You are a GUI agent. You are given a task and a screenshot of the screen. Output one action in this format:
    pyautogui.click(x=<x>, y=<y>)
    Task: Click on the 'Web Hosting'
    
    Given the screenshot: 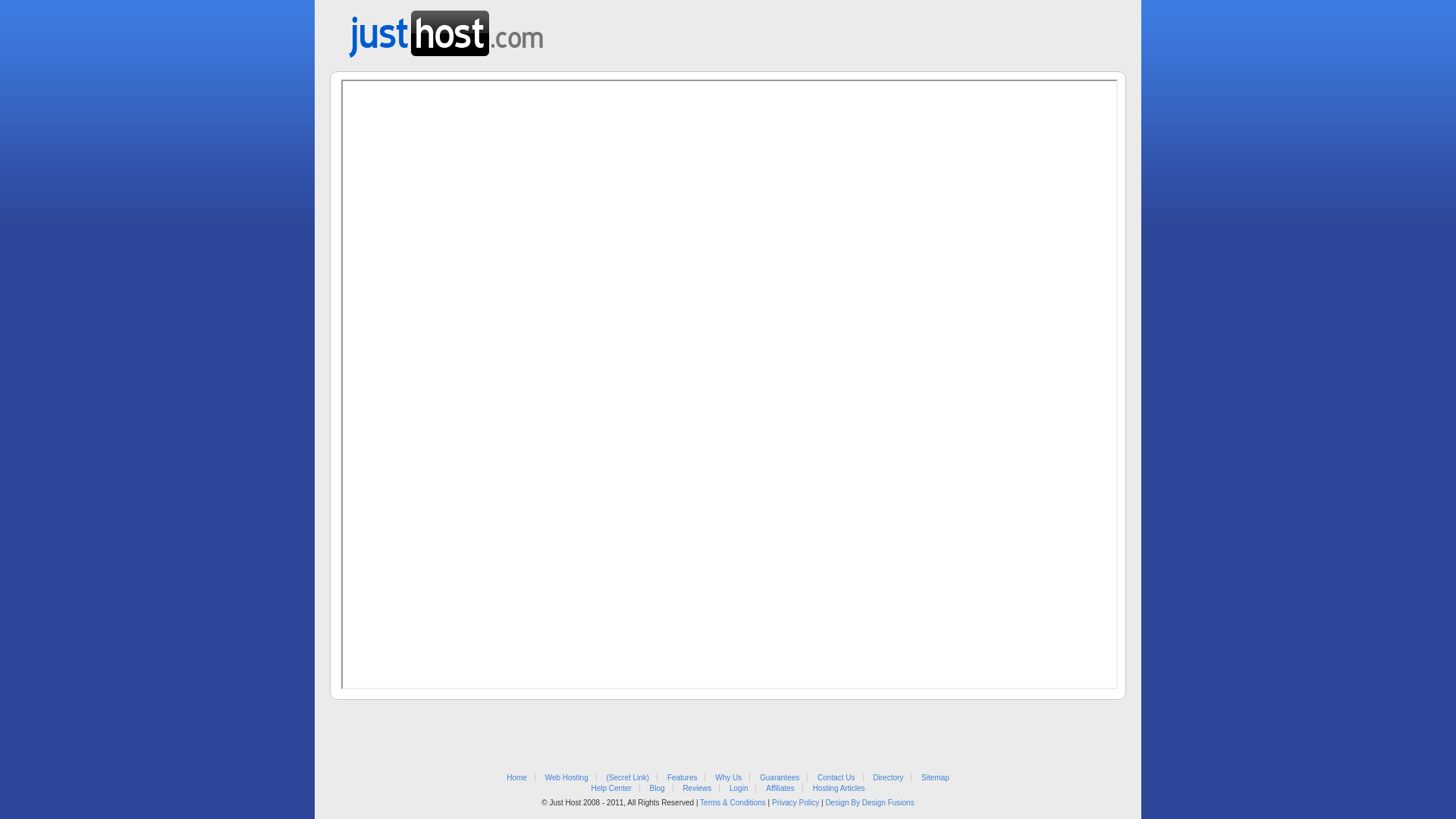 What is the action you would take?
    pyautogui.click(x=566, y=777)
    